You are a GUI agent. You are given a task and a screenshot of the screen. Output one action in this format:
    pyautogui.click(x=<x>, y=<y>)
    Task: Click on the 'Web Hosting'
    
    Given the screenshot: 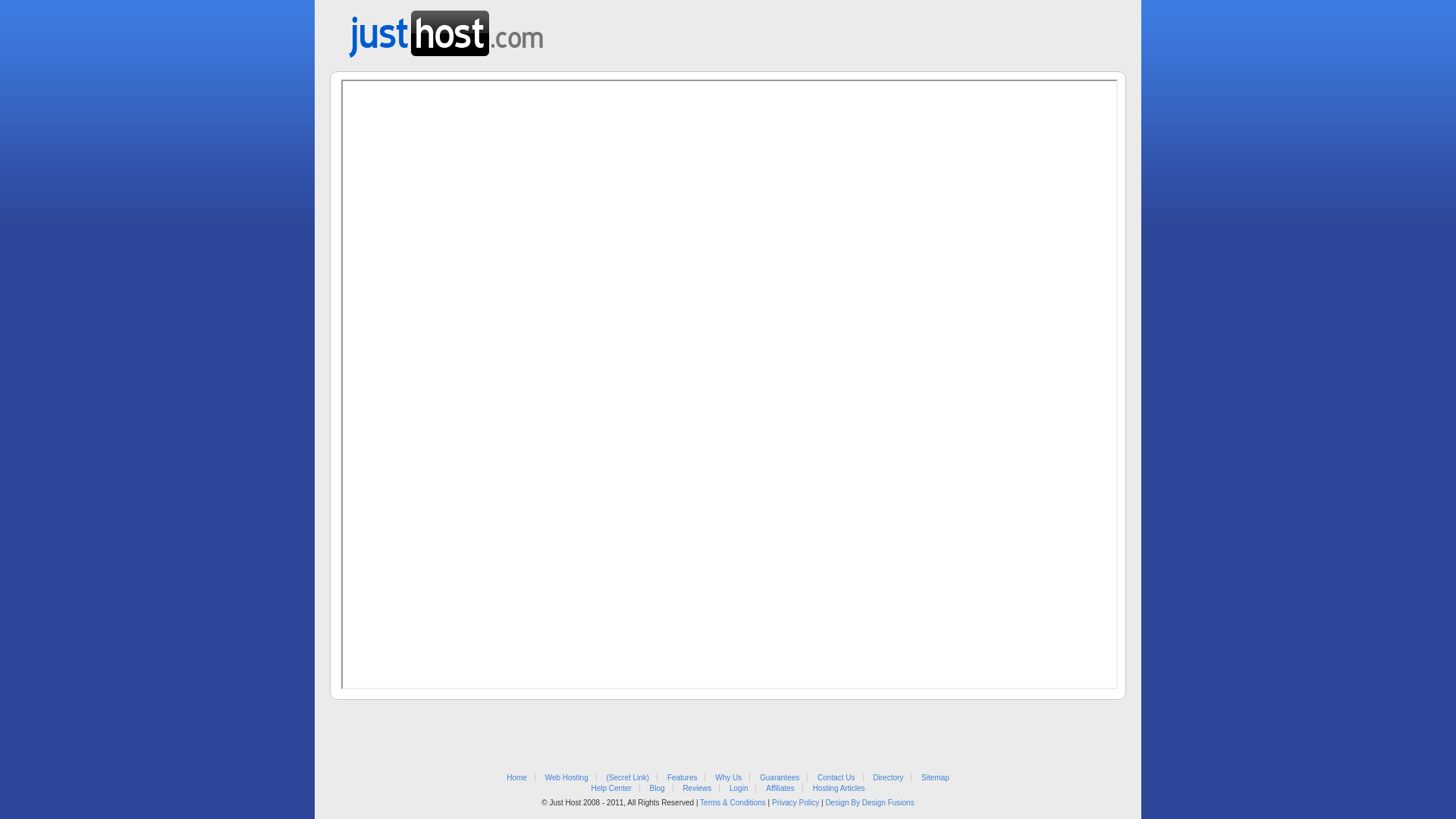 What is the action you would take?
    pyautogui.click(x=566, y=777)
    